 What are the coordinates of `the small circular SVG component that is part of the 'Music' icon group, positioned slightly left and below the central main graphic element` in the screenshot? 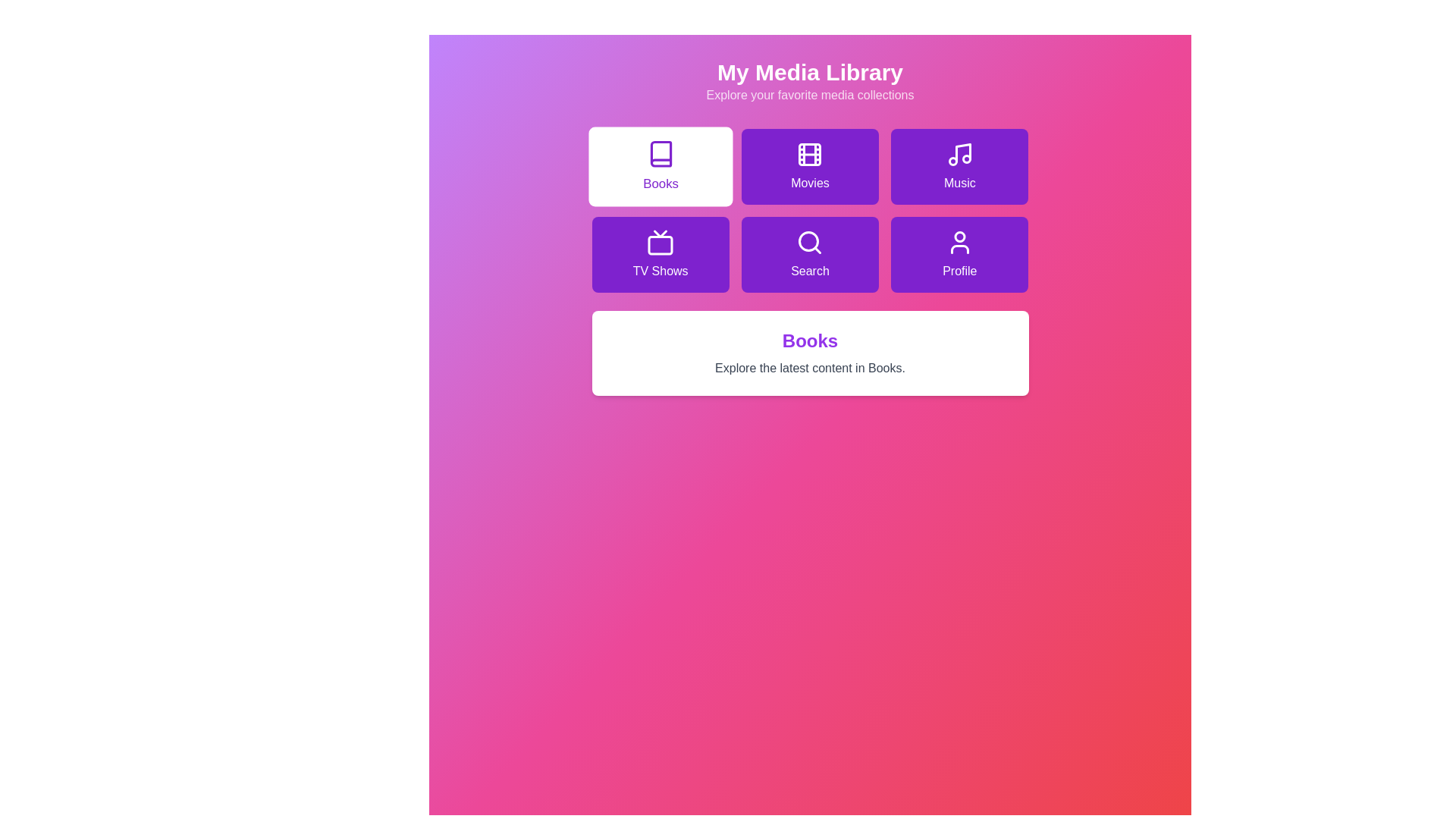 It's located at (952, 161).